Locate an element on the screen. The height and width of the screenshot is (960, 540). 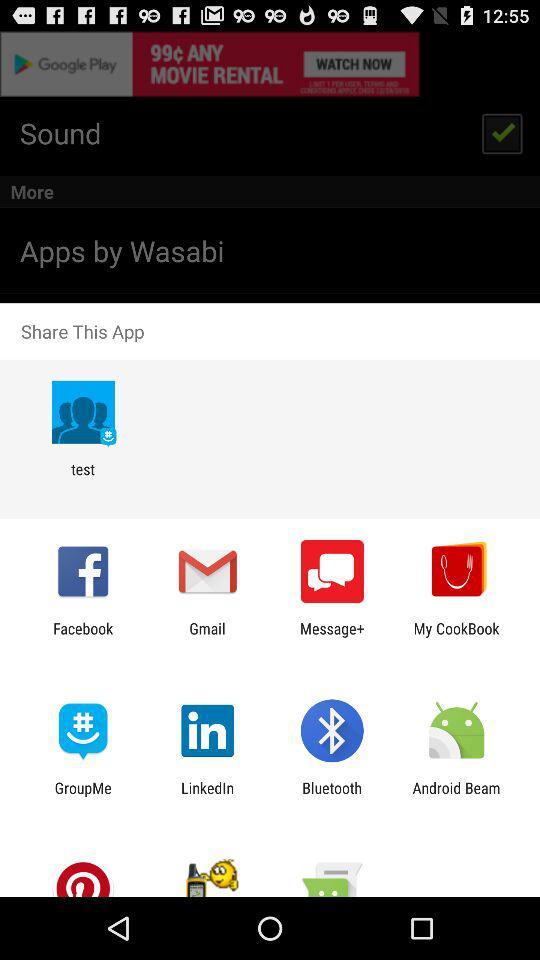
the item to the right of the message+ icon is located at coordinates (456, 636).